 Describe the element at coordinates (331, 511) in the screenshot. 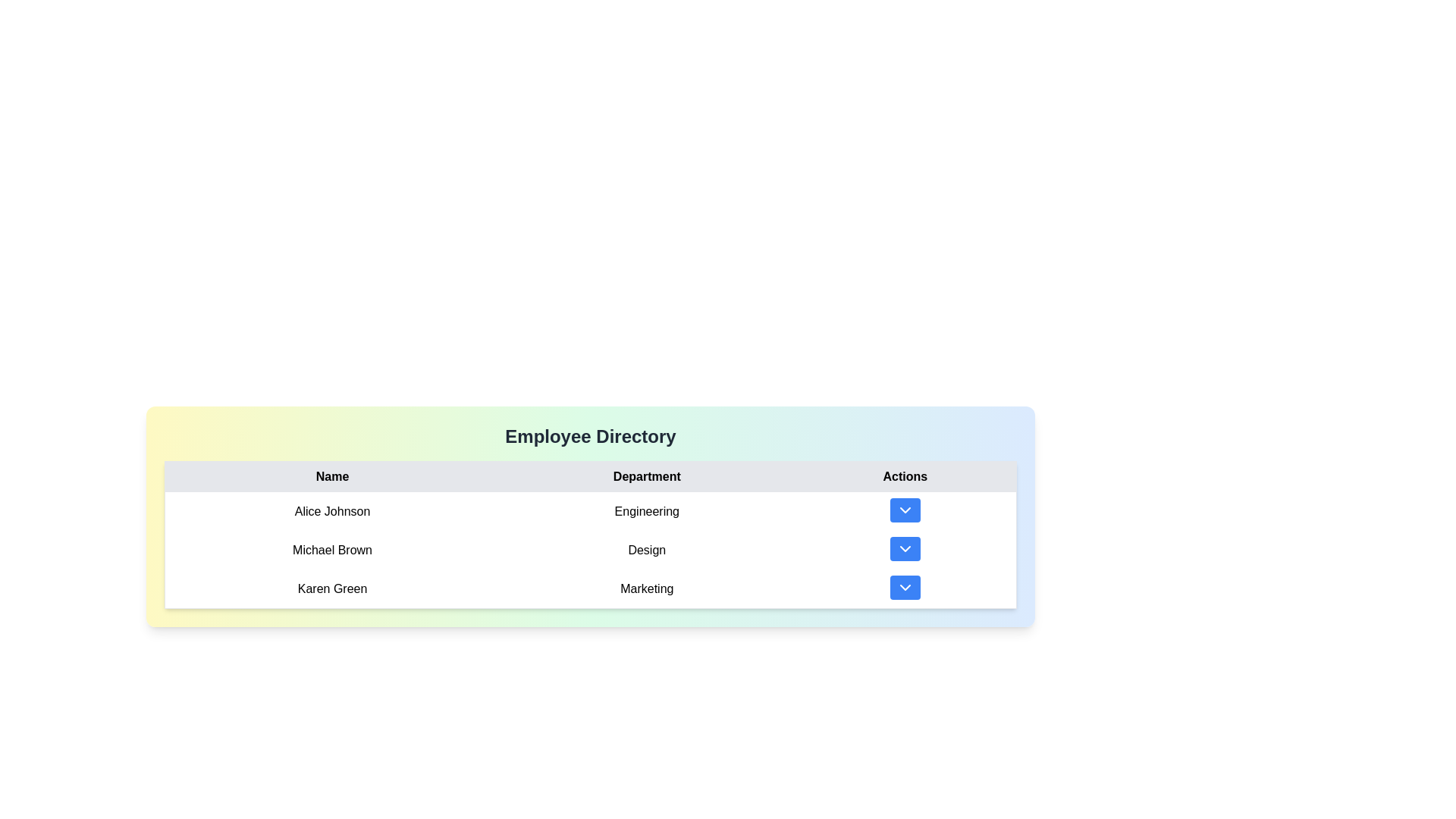

I see `the text label displaying 'Alice Johnson' in bold within the 'Name' column of the table` at that location.